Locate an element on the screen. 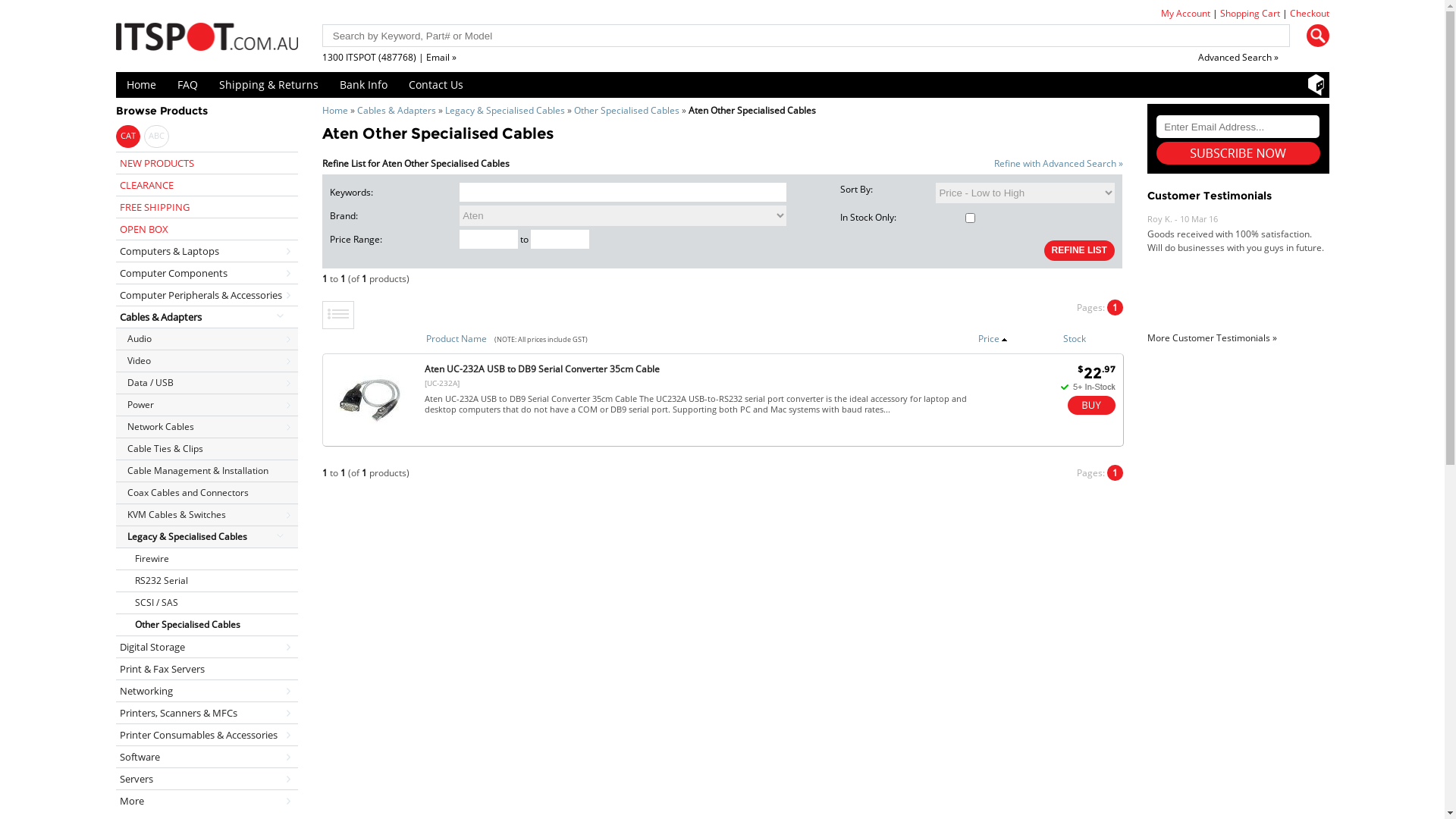 The image size is (1456, 819). 'More' is located at coordinates (206, 799).